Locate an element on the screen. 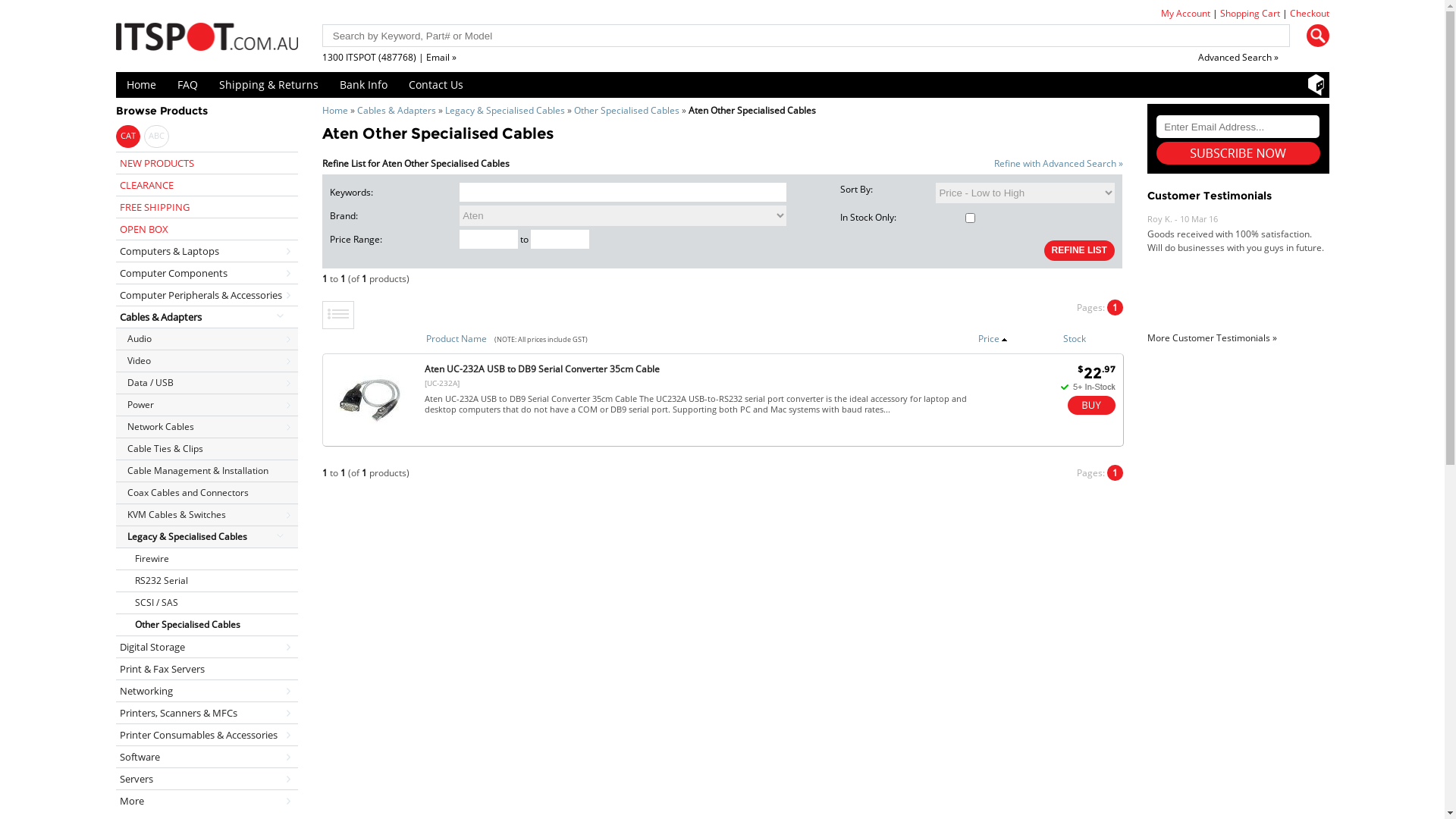 The image size is (1456, 819). 'More' is located at coordinates (206, 799).